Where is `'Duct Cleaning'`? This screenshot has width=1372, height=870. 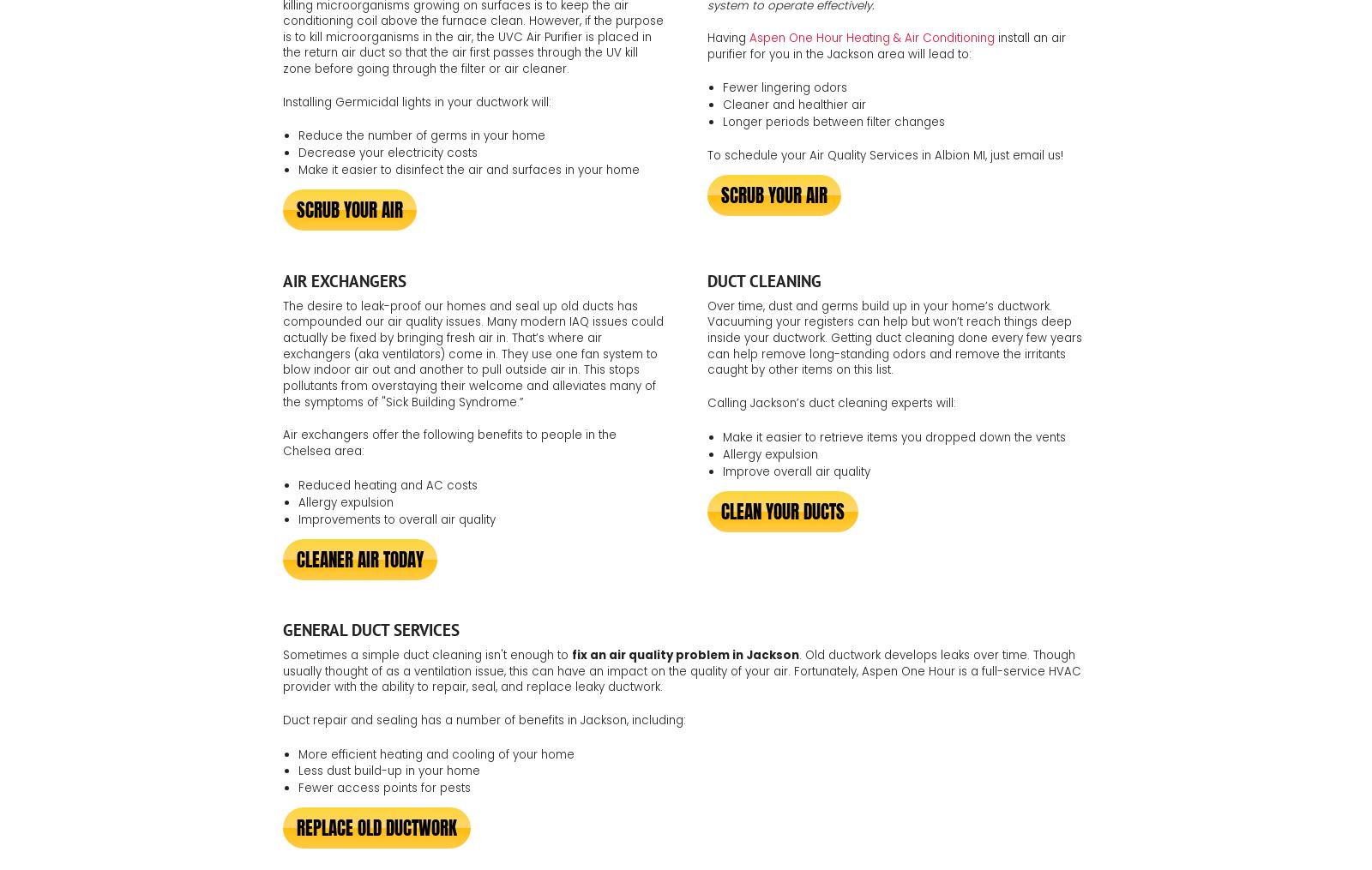
'Duct Cleaning' is located at coordinates (763, 279).